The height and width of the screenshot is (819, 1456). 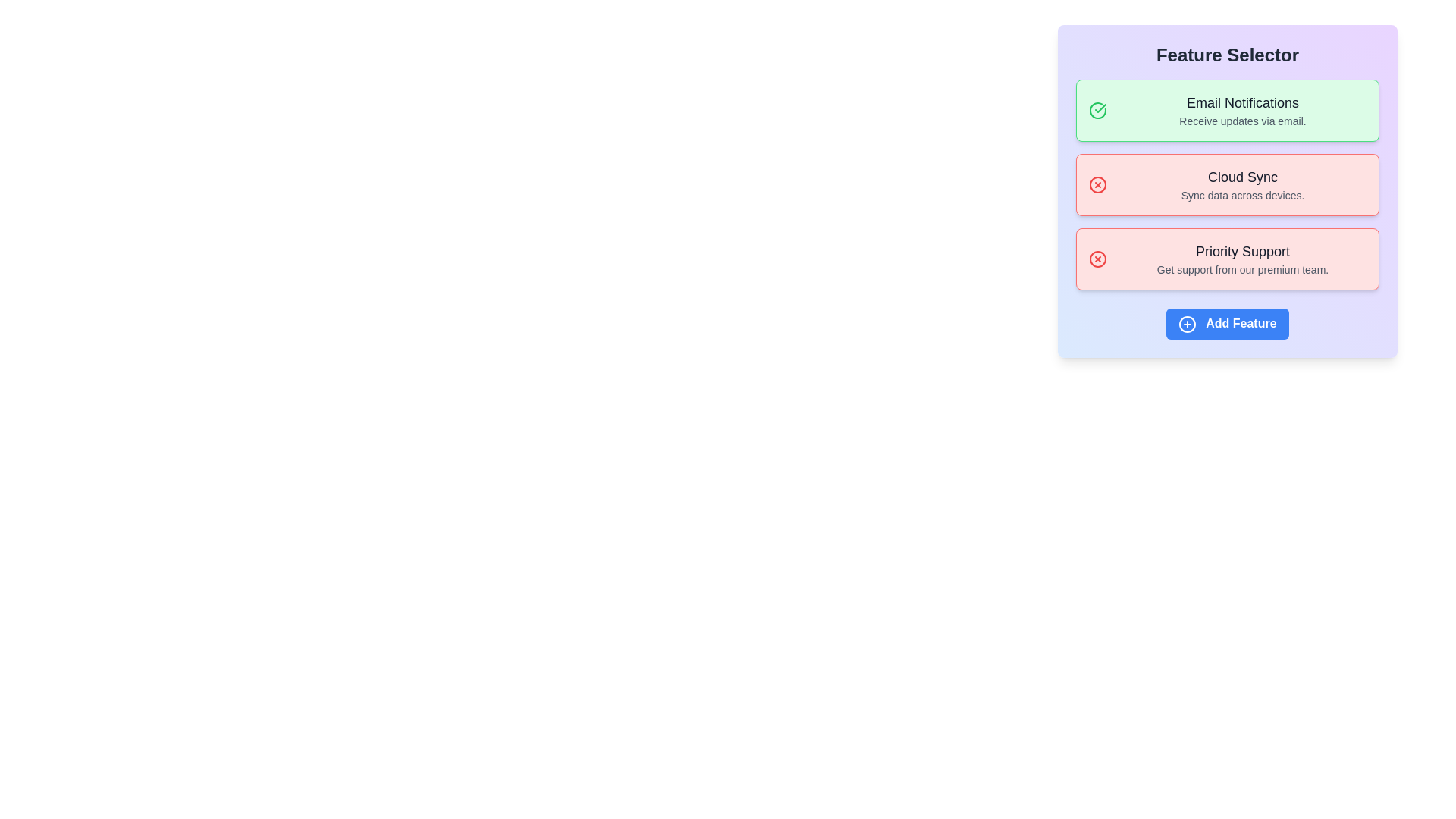 What do you see at coordinates (1242, 120) in the screenshot?
I see `the text label providing supplementary information for the 'Email Notifications' feature, which is located directly below the heading within the active green-highlighted feature section` at bounding box center [1242, 120].